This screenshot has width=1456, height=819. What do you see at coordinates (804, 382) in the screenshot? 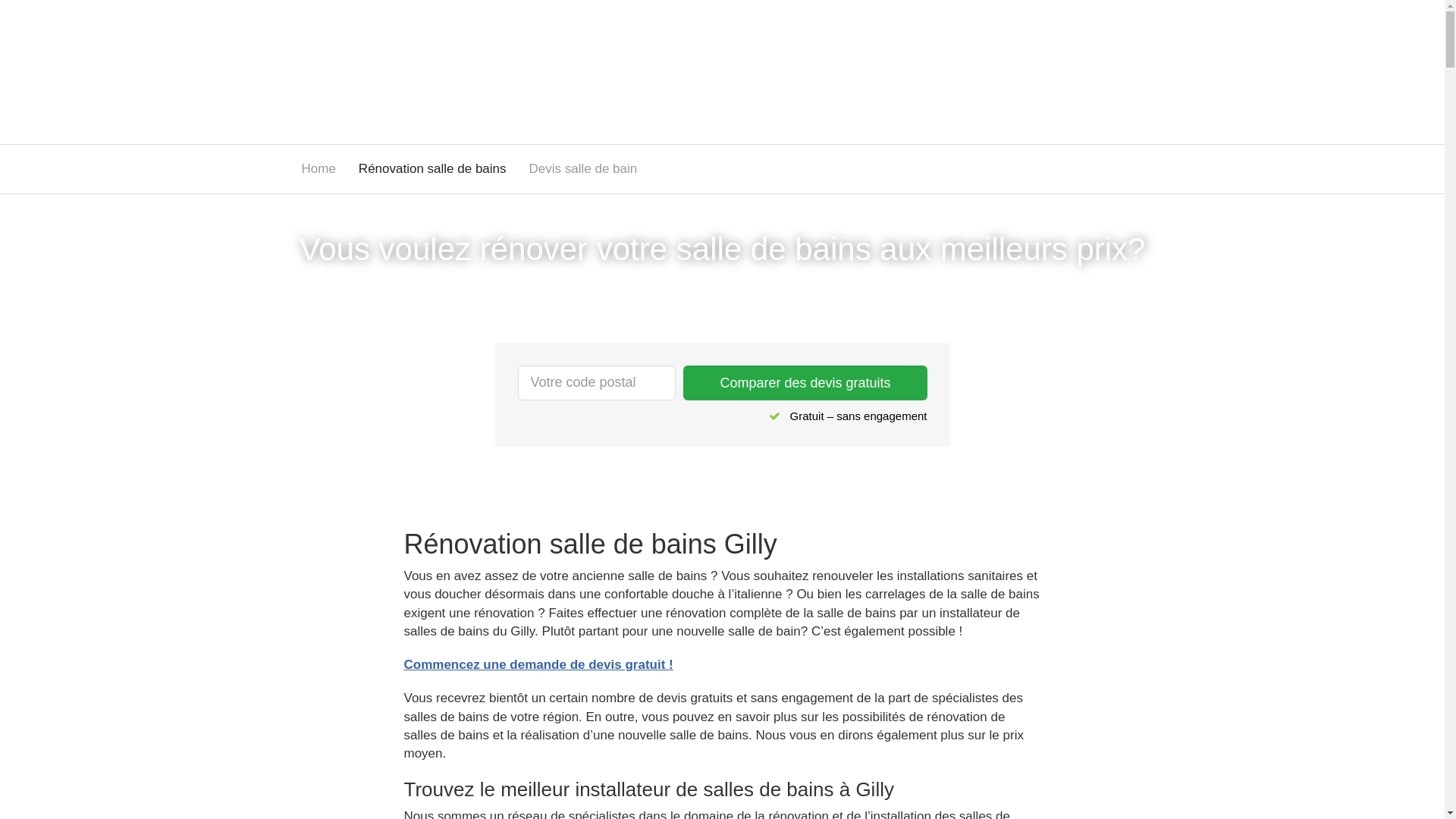
I see `'Comparer des devis gratuits'` at bounding box center [804, 382].